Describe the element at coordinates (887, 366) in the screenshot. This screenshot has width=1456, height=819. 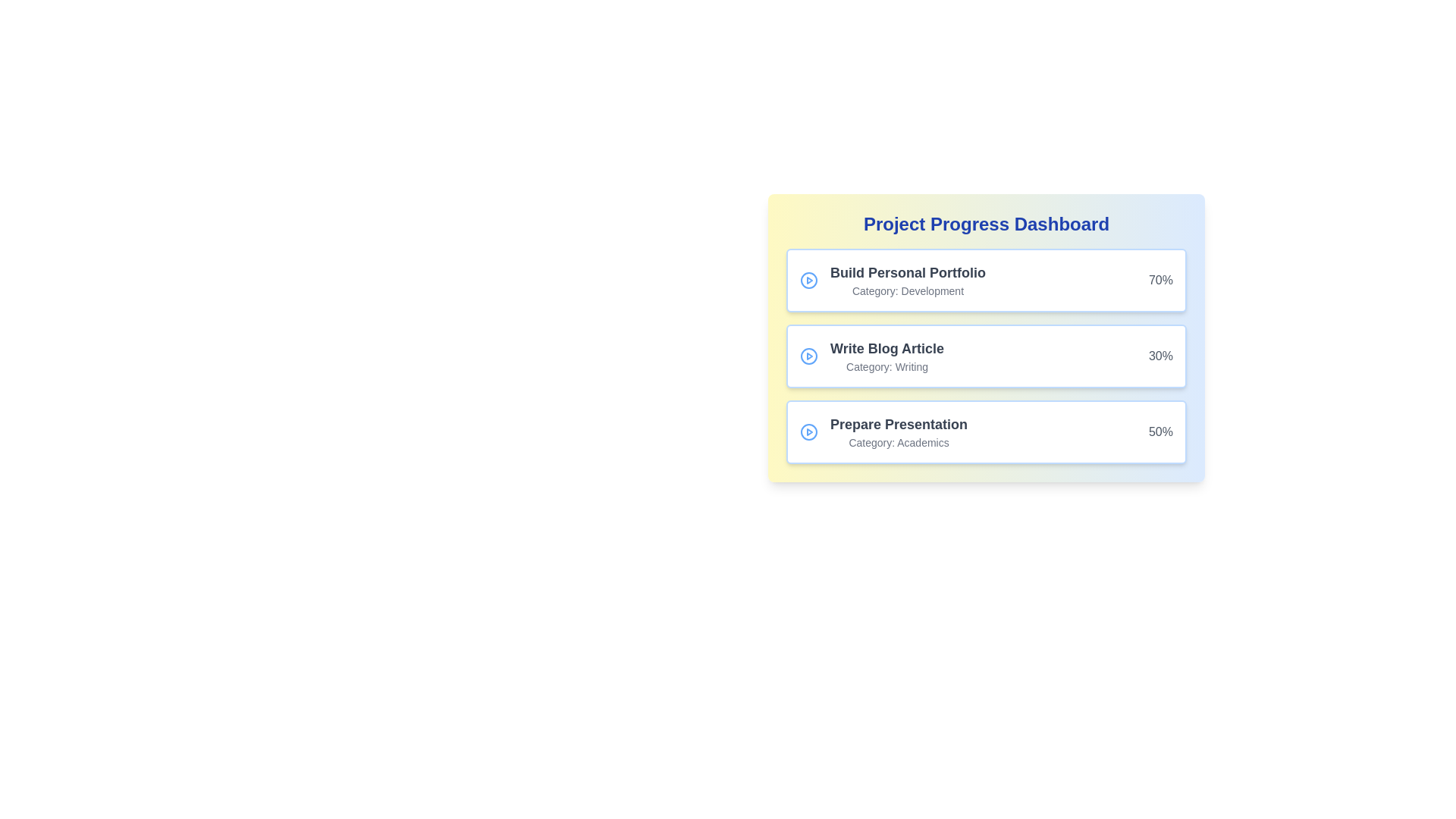
I see `the 'Writing' label, which provides additional classification information related to the 'Write Blog Article' task, located in the Project Progress Dashboard card` at that location.